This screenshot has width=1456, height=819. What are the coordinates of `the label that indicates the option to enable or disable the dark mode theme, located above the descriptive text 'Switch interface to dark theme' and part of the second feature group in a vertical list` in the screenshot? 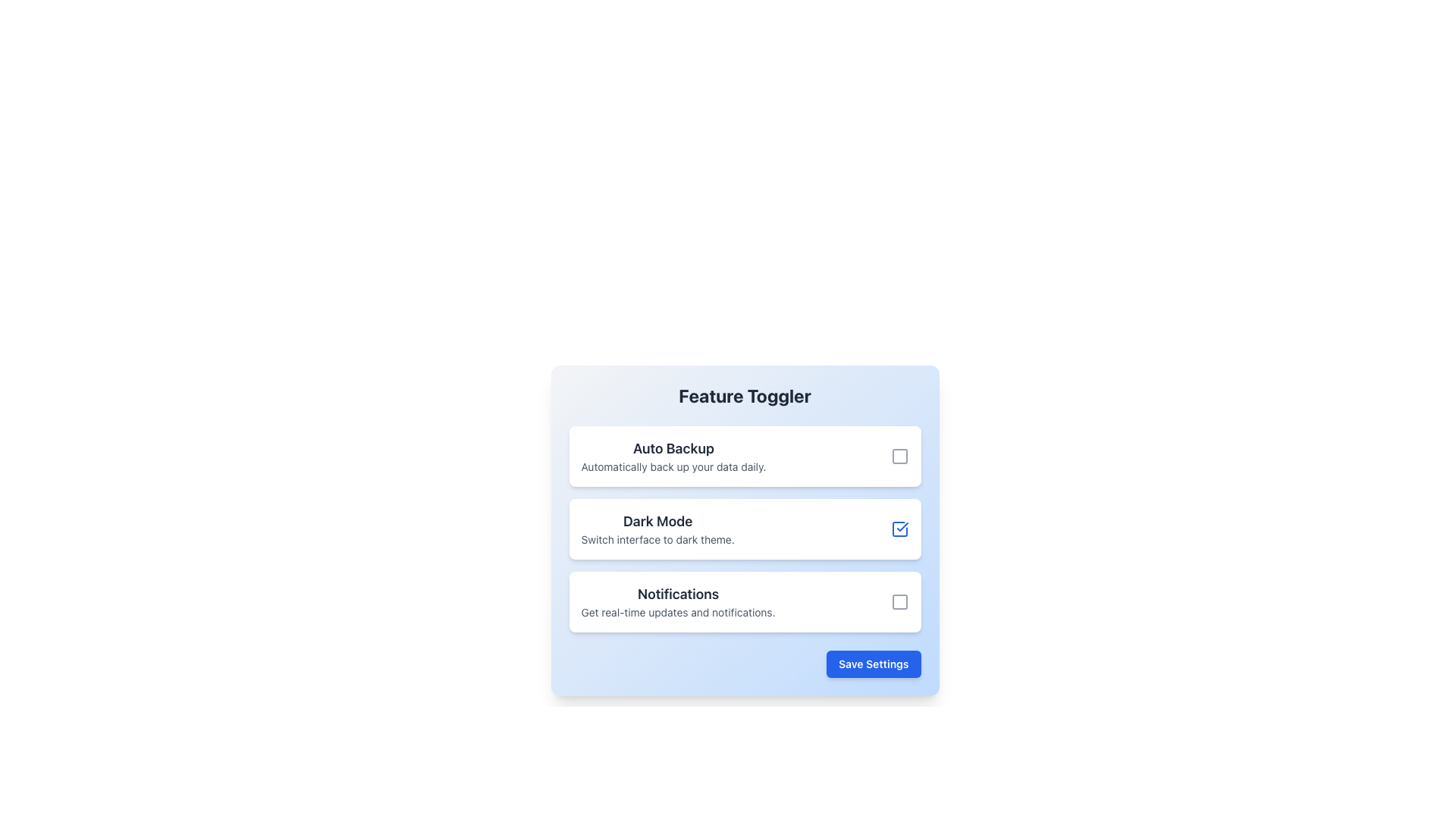 It's located at (657, 520).